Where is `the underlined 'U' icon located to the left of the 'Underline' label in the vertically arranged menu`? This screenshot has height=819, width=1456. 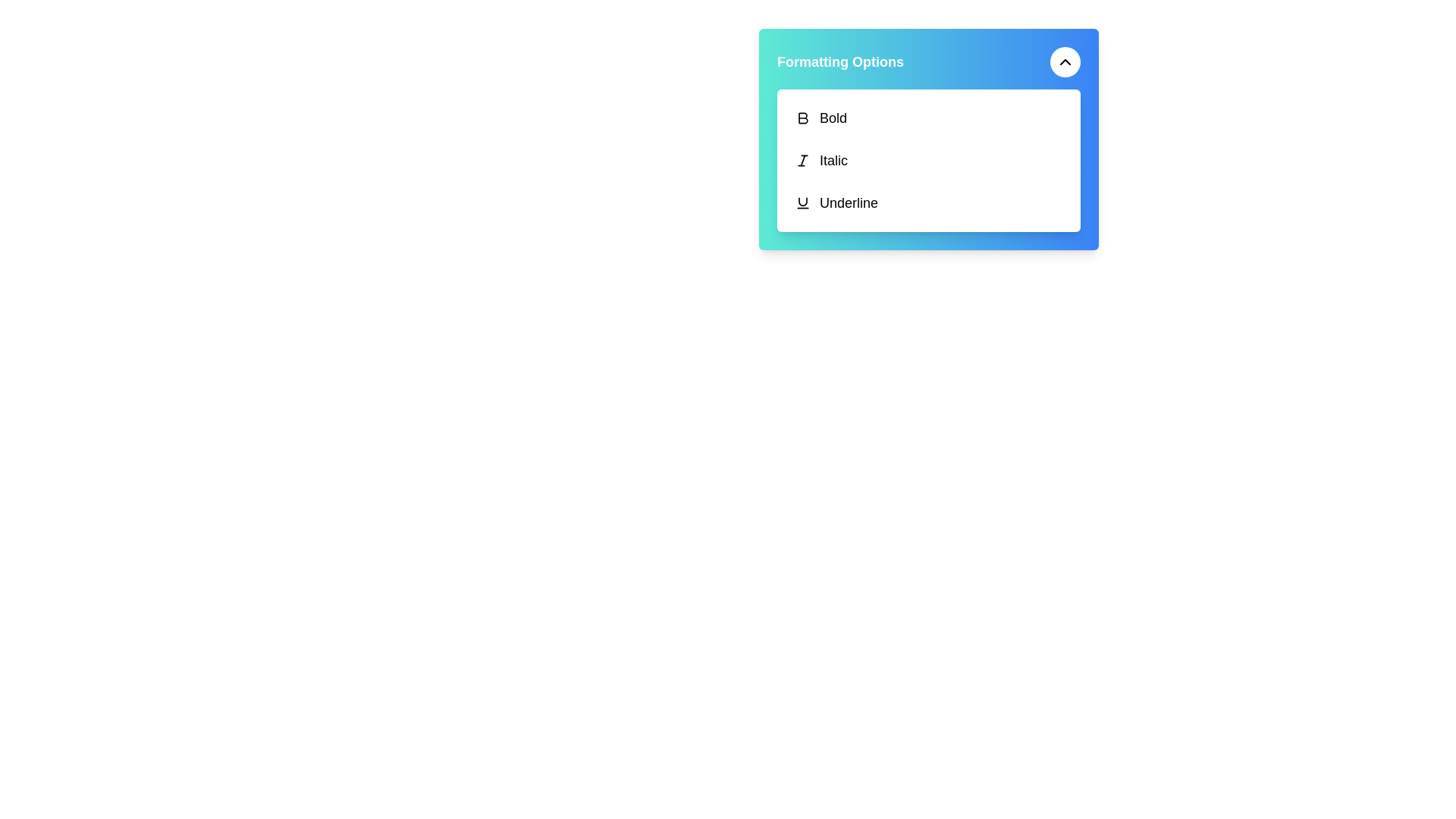 the underlined 'U' icon located to the left of the 'Underline' label in the vertically arranged menu is located at coordinates (802, 202).